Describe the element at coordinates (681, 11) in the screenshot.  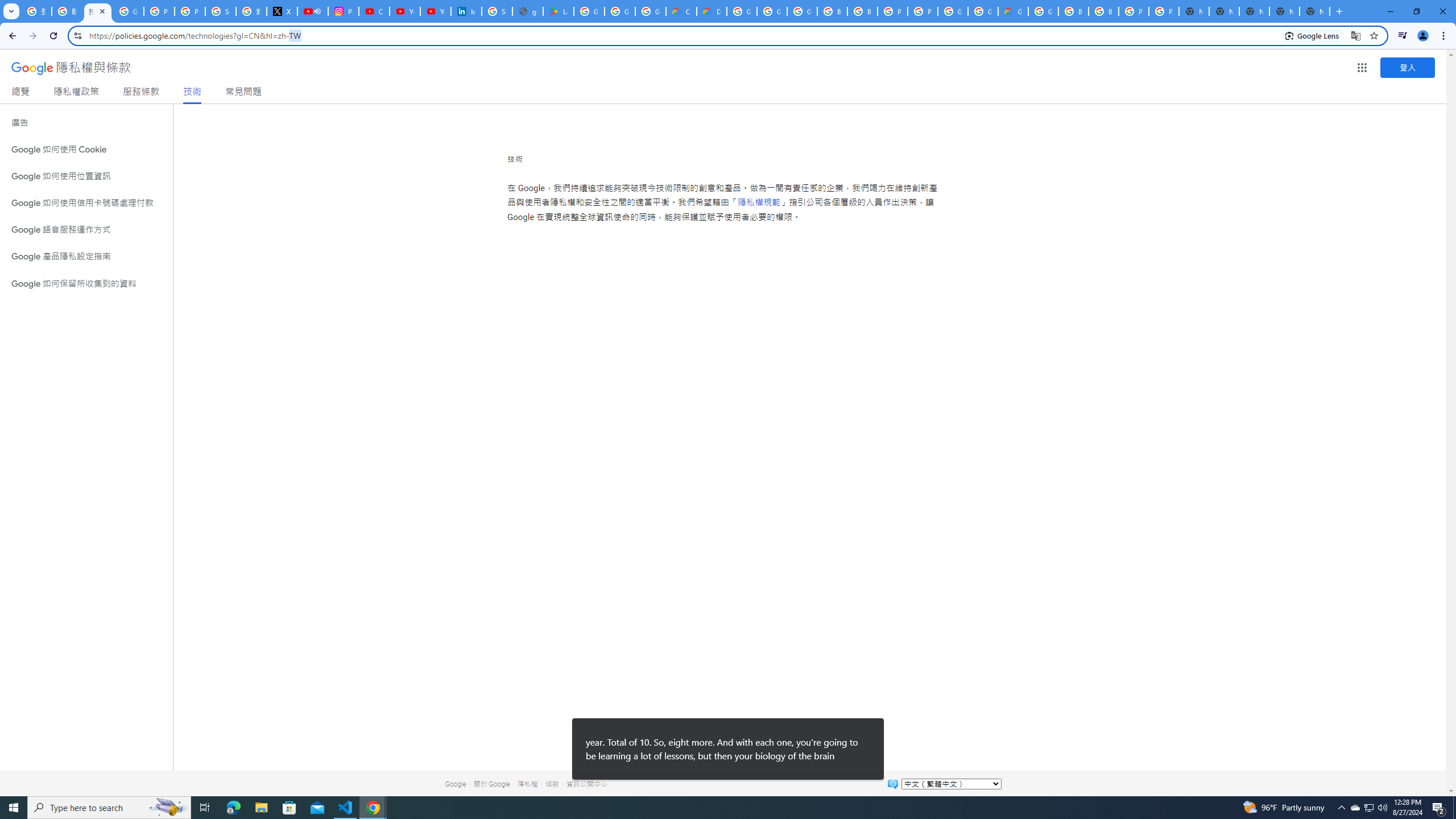
I see `'Customer Care | Google Cloud'` at that location.